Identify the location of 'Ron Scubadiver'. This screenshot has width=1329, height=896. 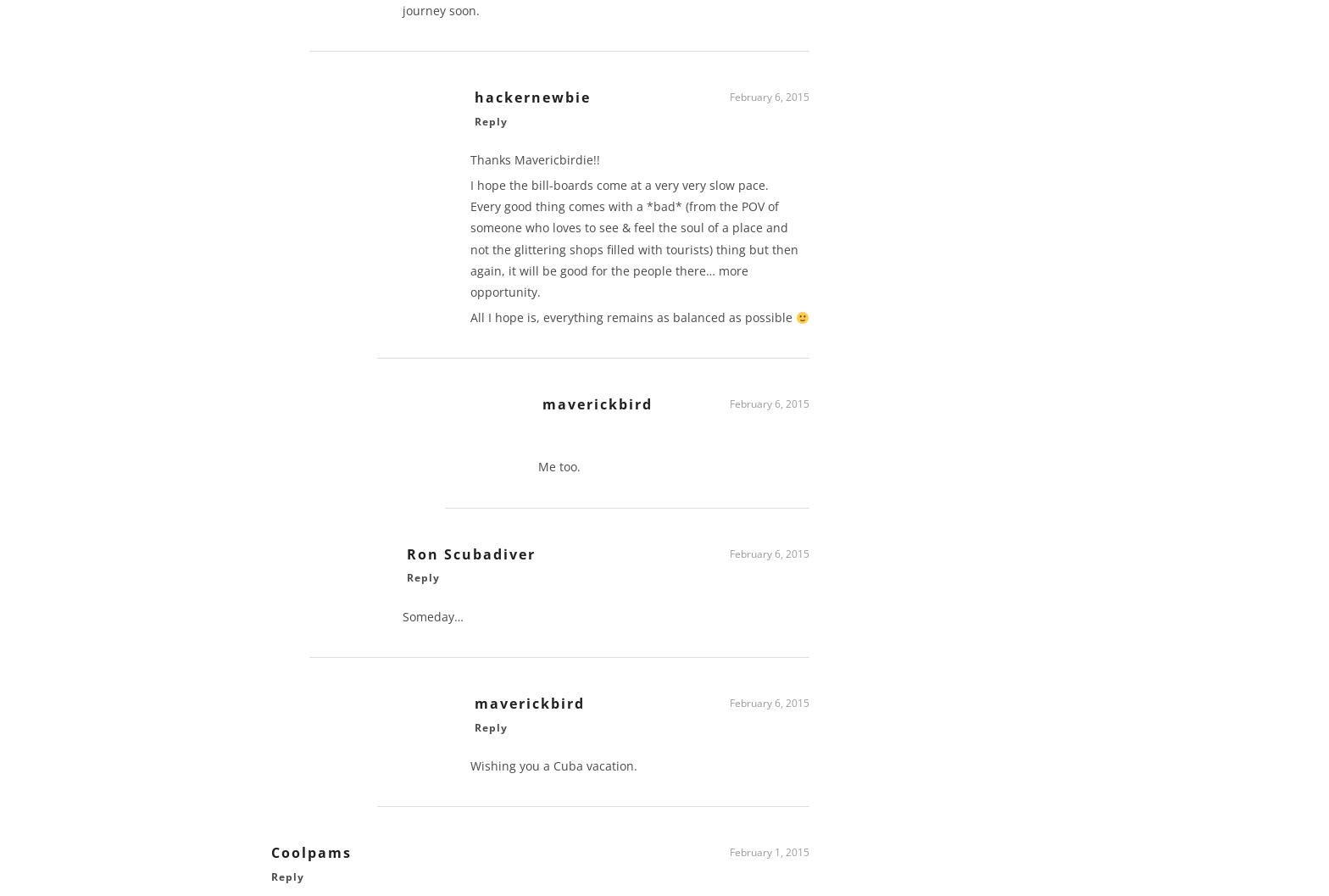
(471, 560).